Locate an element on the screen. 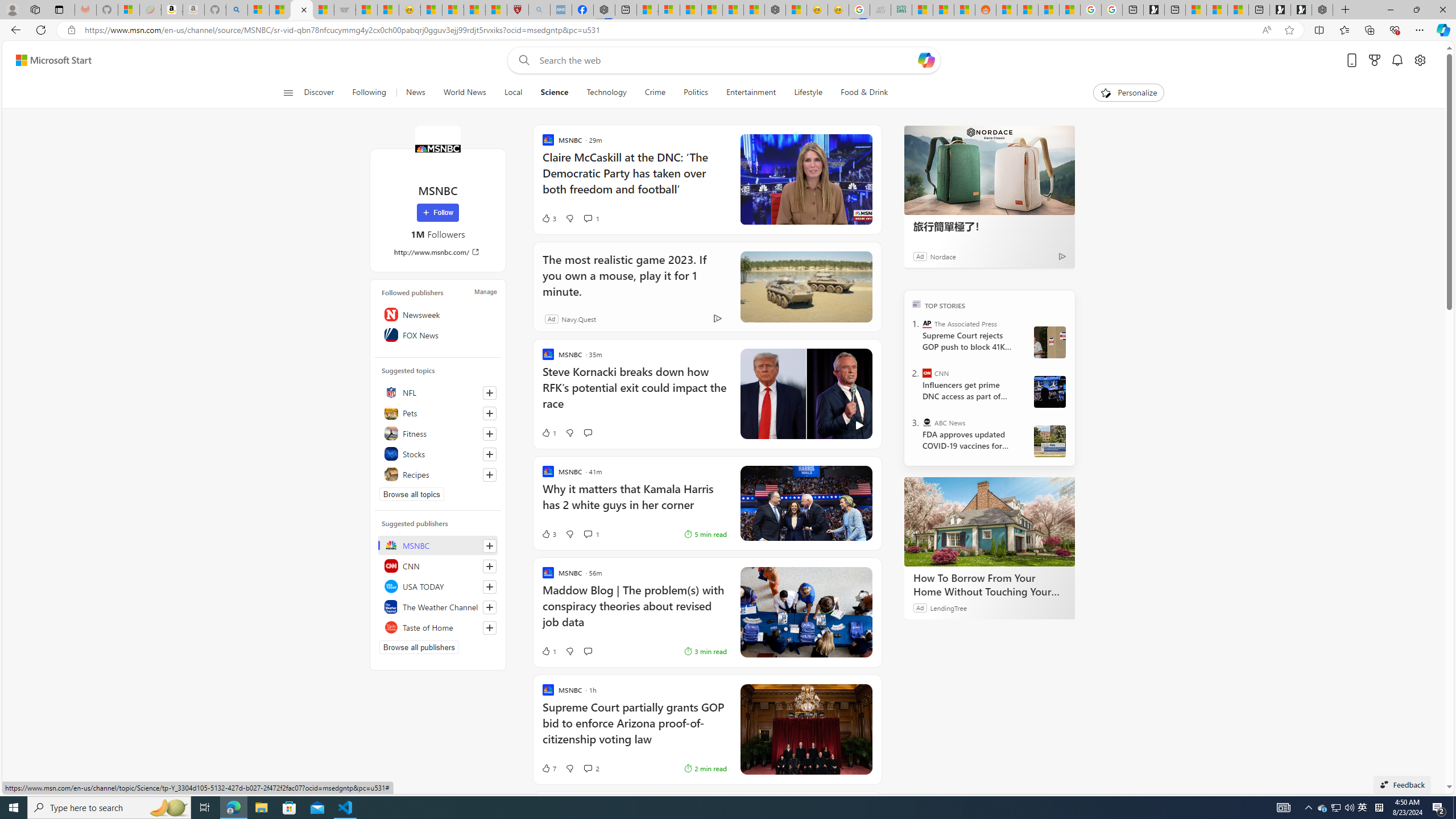 The height and width of the screenshot is (819, 1456). 'Newsweek' is located at coordinates (438, 313).